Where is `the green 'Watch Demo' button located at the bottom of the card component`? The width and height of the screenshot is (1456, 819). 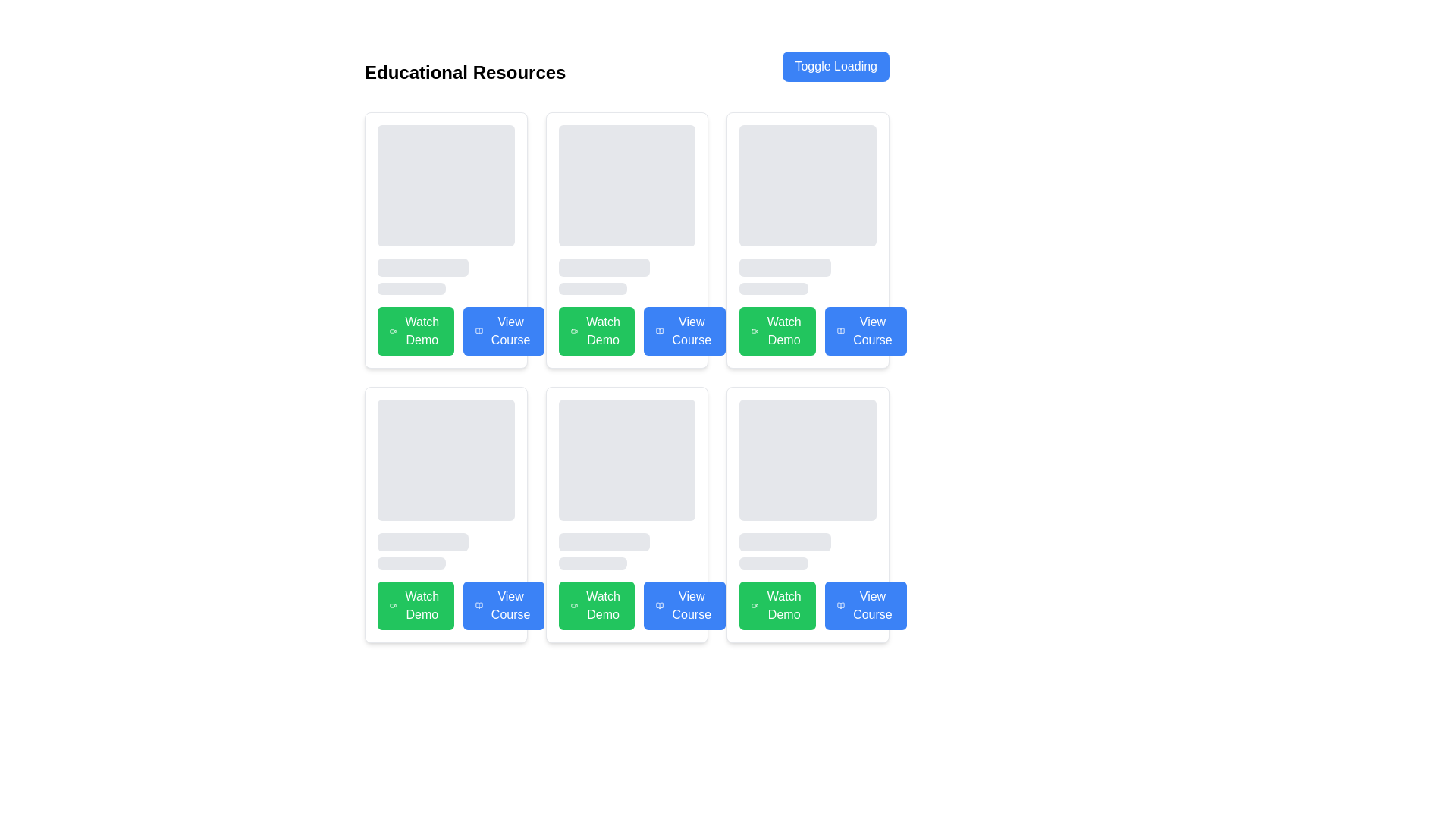
the green 'Watch Demo' button located at the bottom of the card component is located at coordinates (626, 604).